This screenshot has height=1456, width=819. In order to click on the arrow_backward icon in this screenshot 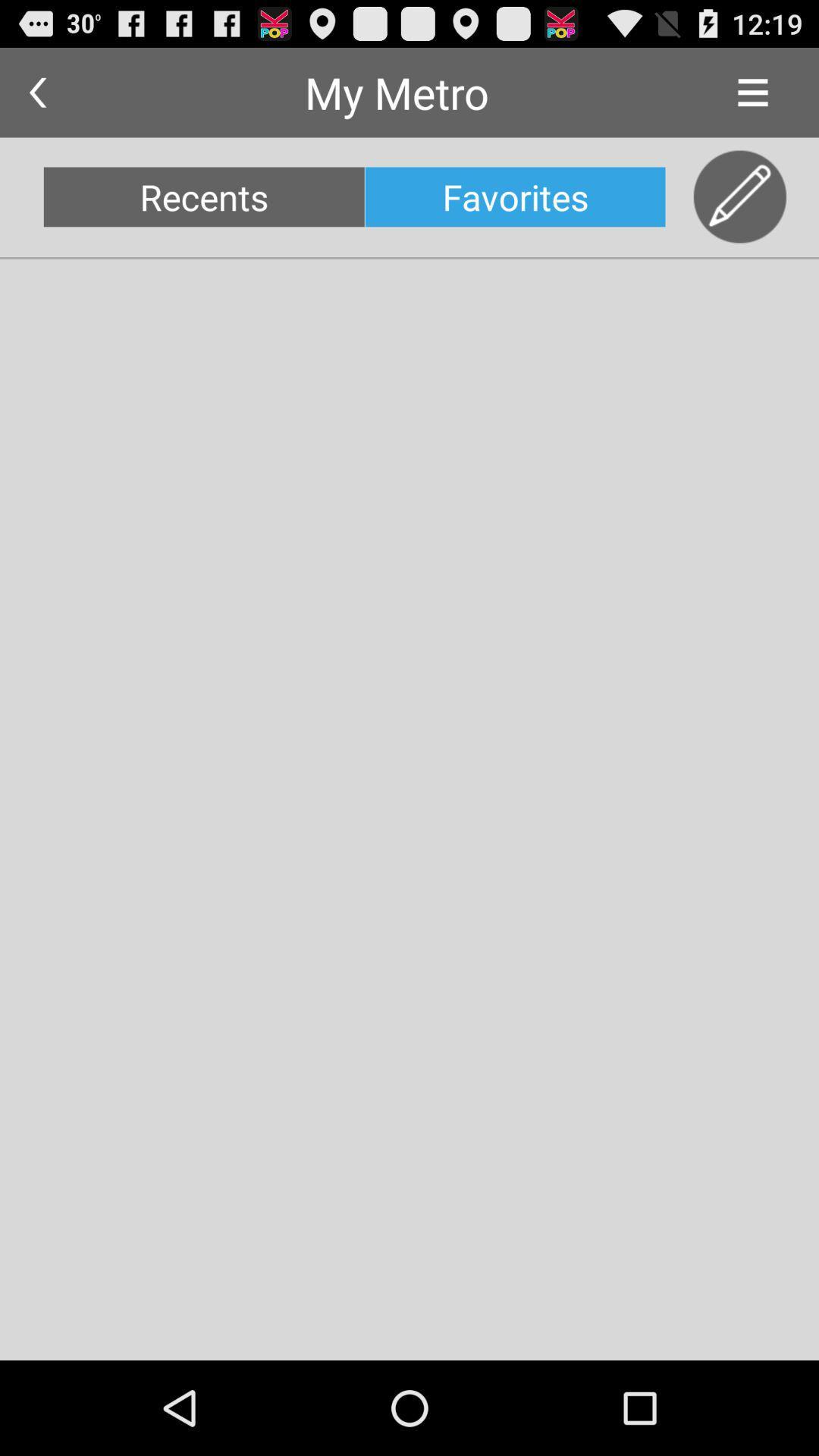, I will do `click(36, 98)`.